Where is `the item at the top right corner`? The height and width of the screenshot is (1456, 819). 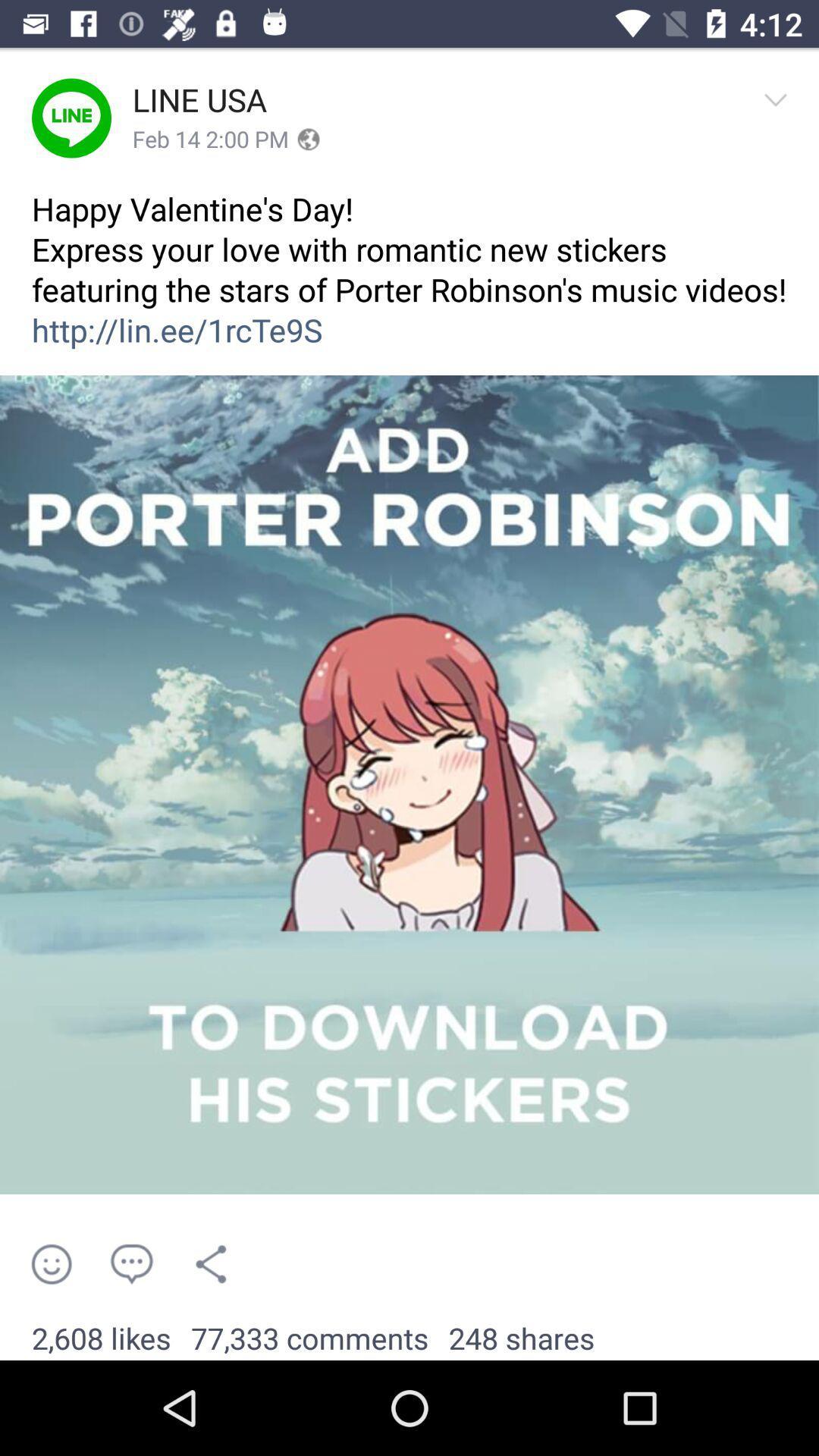
the item at the top right corner is located at coordinates (780, 117).